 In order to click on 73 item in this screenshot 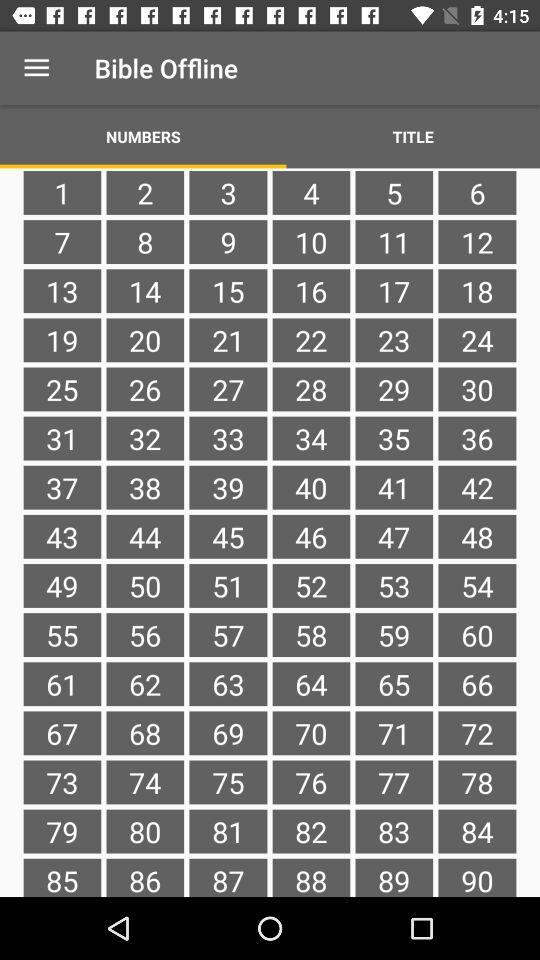, I will do `click(62, 782)`.